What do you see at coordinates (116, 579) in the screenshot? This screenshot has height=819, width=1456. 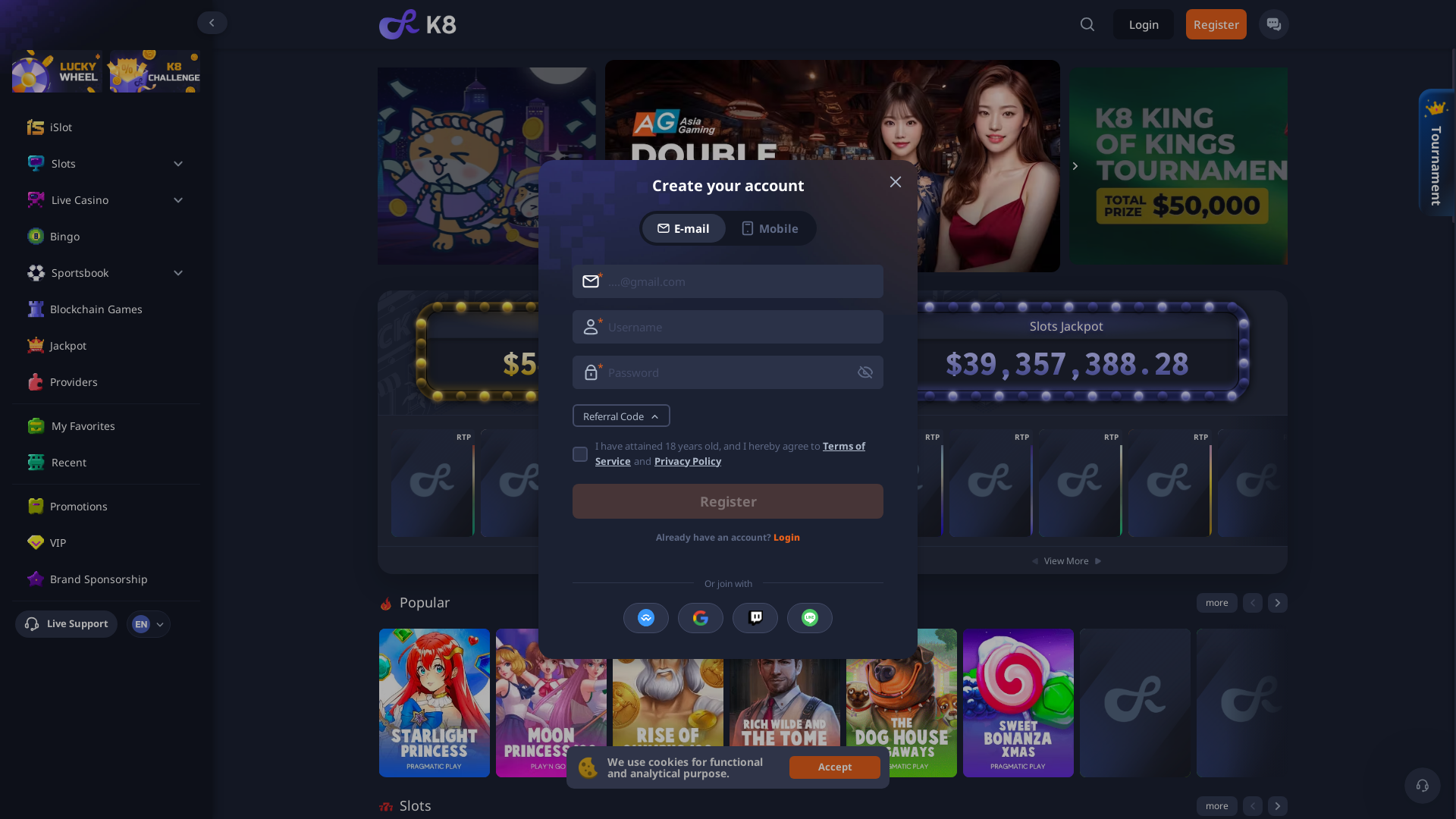 I see `'Brand Sponsorship'` at bounding box center [116, 579].